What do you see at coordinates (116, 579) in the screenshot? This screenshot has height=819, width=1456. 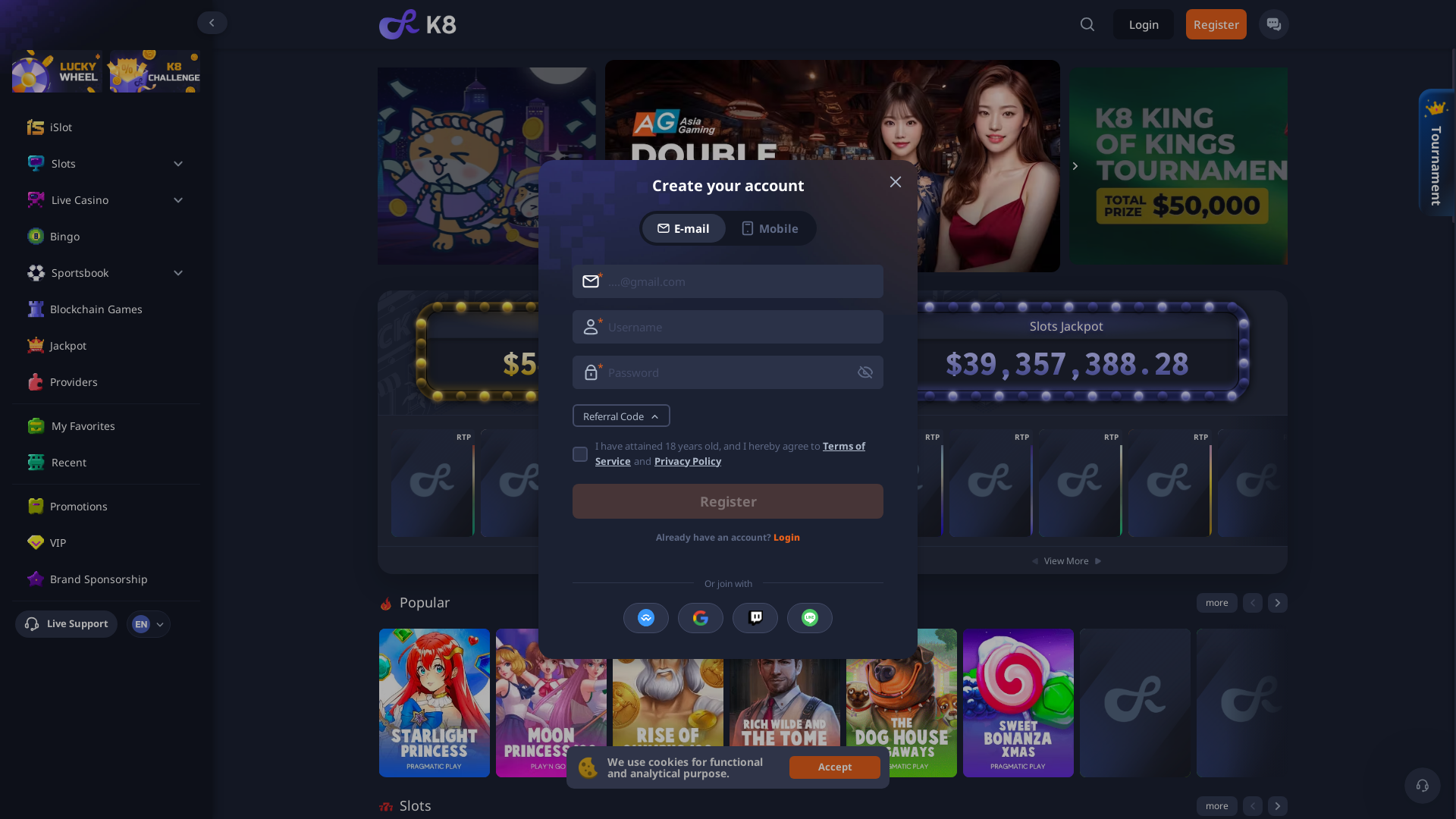 I see `'Brand Sponsorship'` at bounding box center [116, 579].